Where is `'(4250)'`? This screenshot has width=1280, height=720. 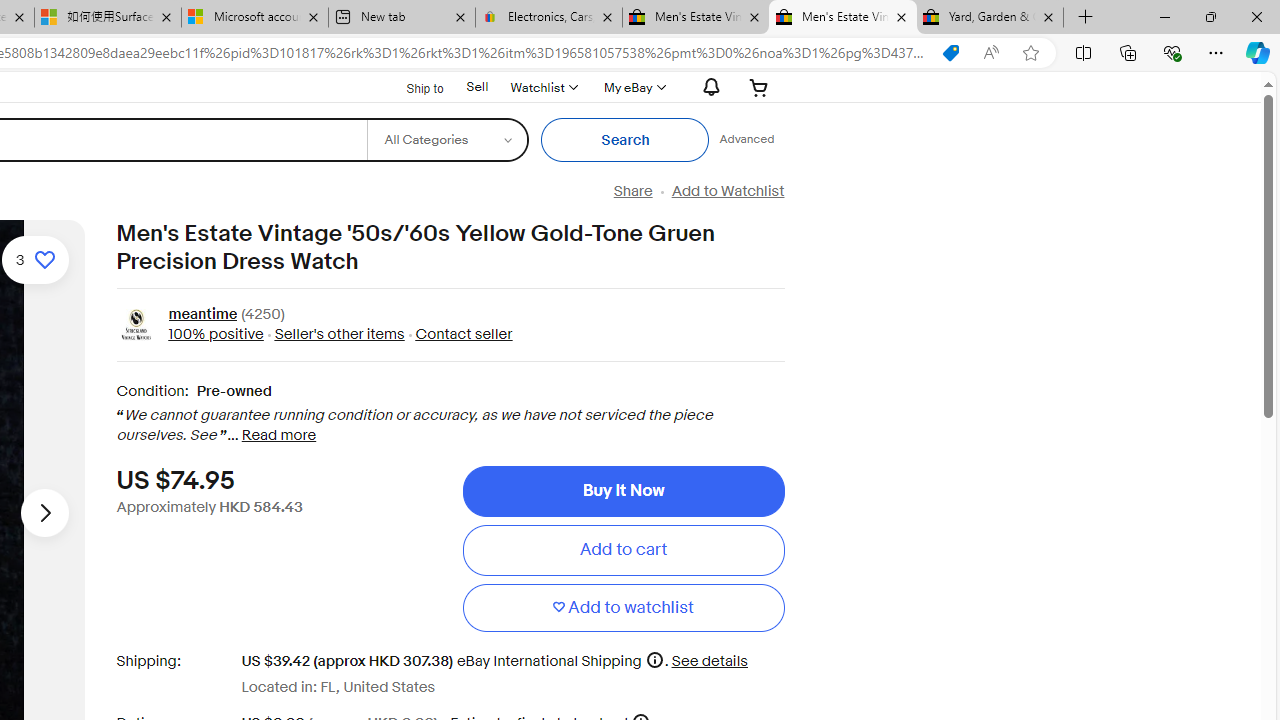
'(4250)' is located at coordinates (262, 315).